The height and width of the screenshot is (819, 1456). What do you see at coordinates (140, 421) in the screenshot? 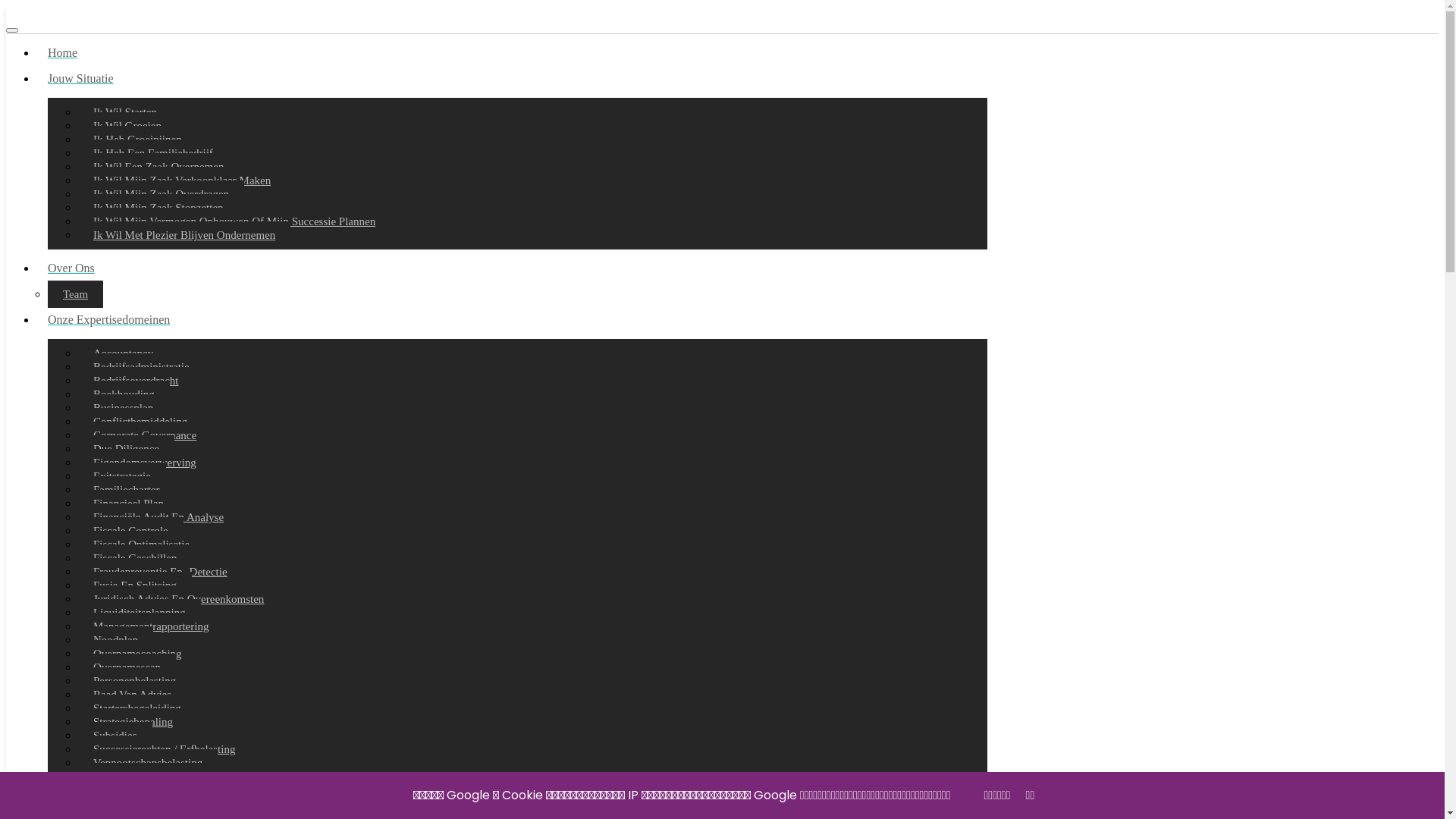
I see `'Conflictbemiddeling'` at bounding box center [140, 421].